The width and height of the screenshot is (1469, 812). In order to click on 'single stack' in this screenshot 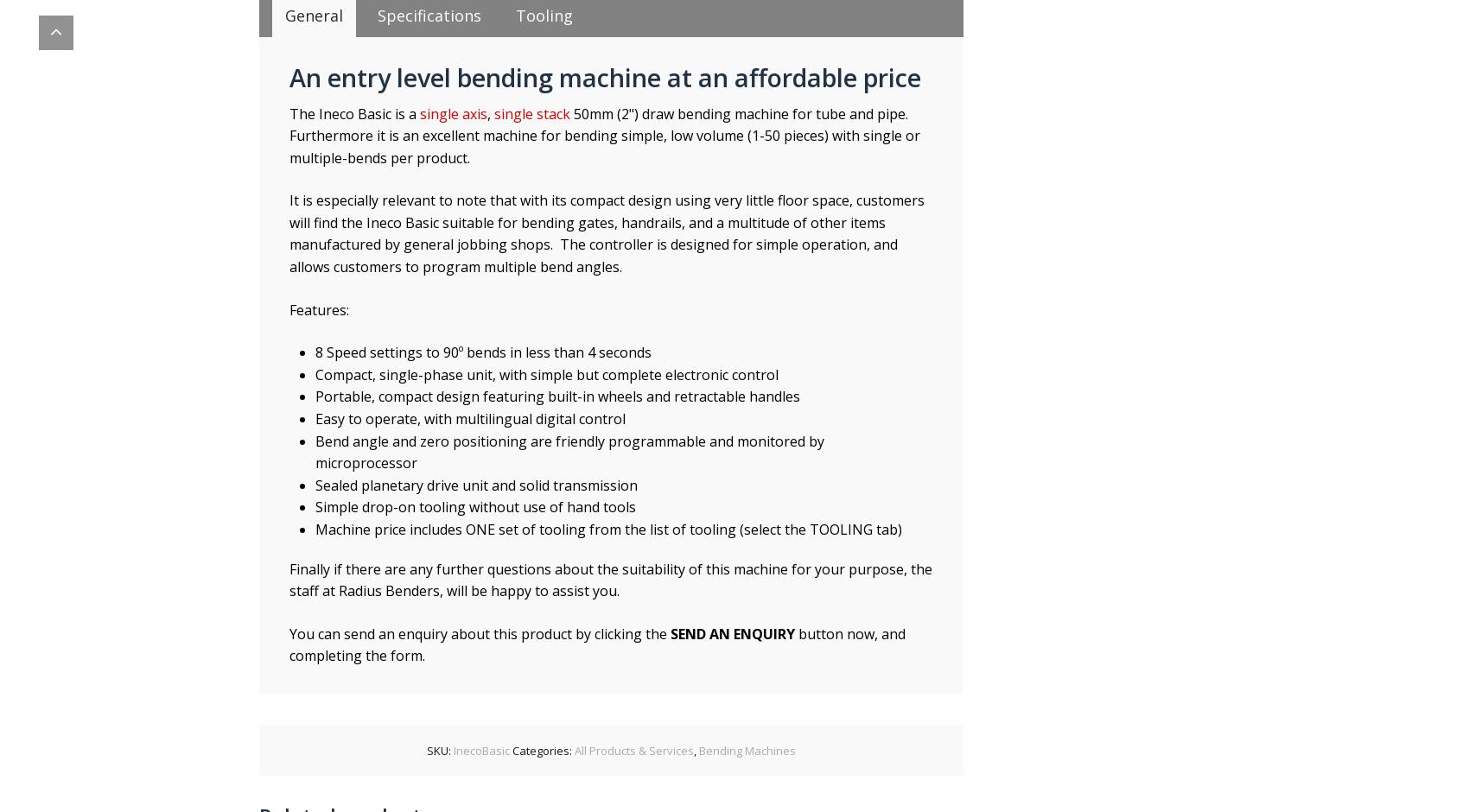, I will do `click(531, 112)`.